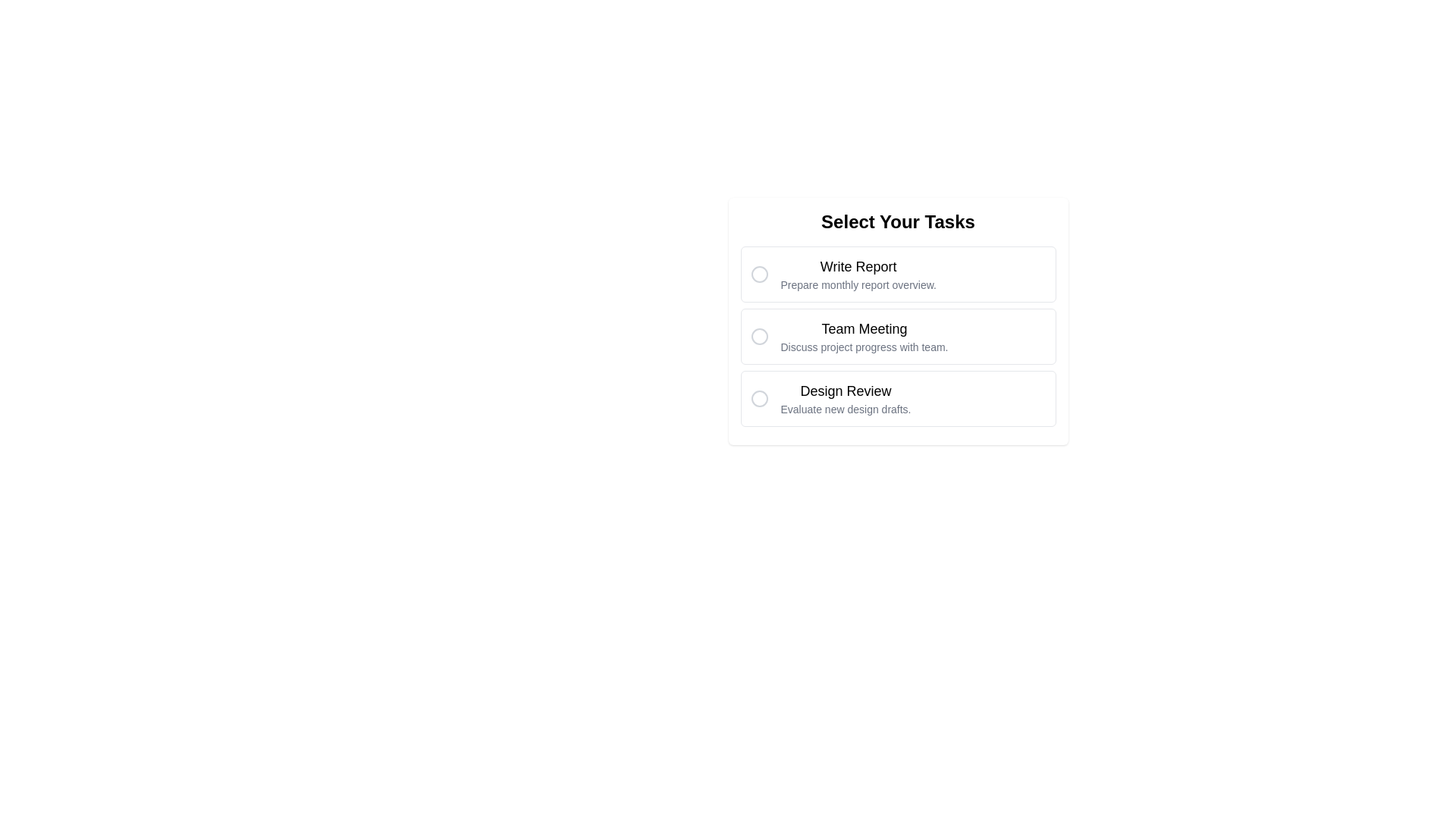 The height and width of the screenshot is (819, 1456). I want to click on the 'Write Report' task selection tile, so click(898, 275).